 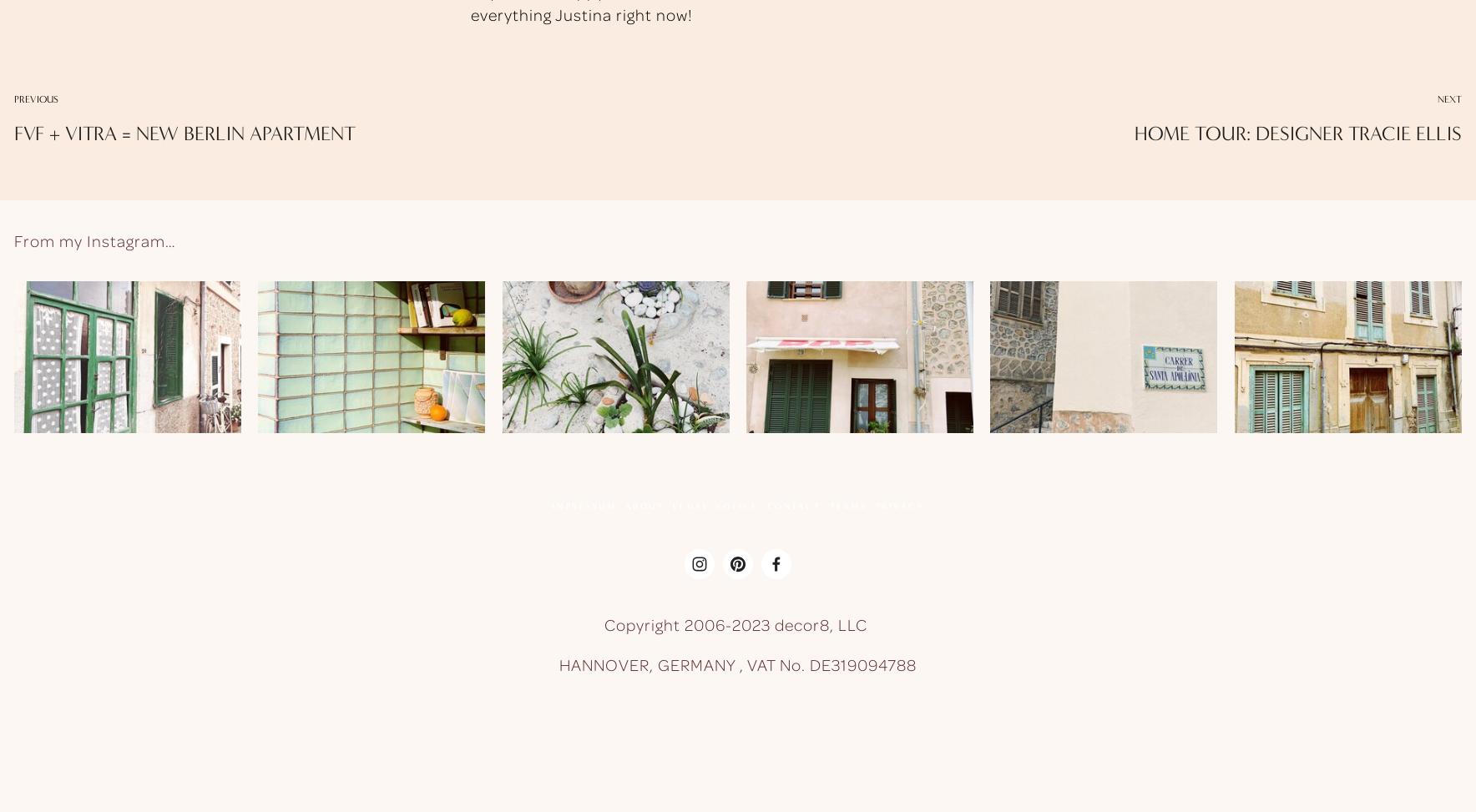 What do you see at coordinates (584, 505) in the screenshot?
I see `'Impressum'` at bounding box center [584, 505].